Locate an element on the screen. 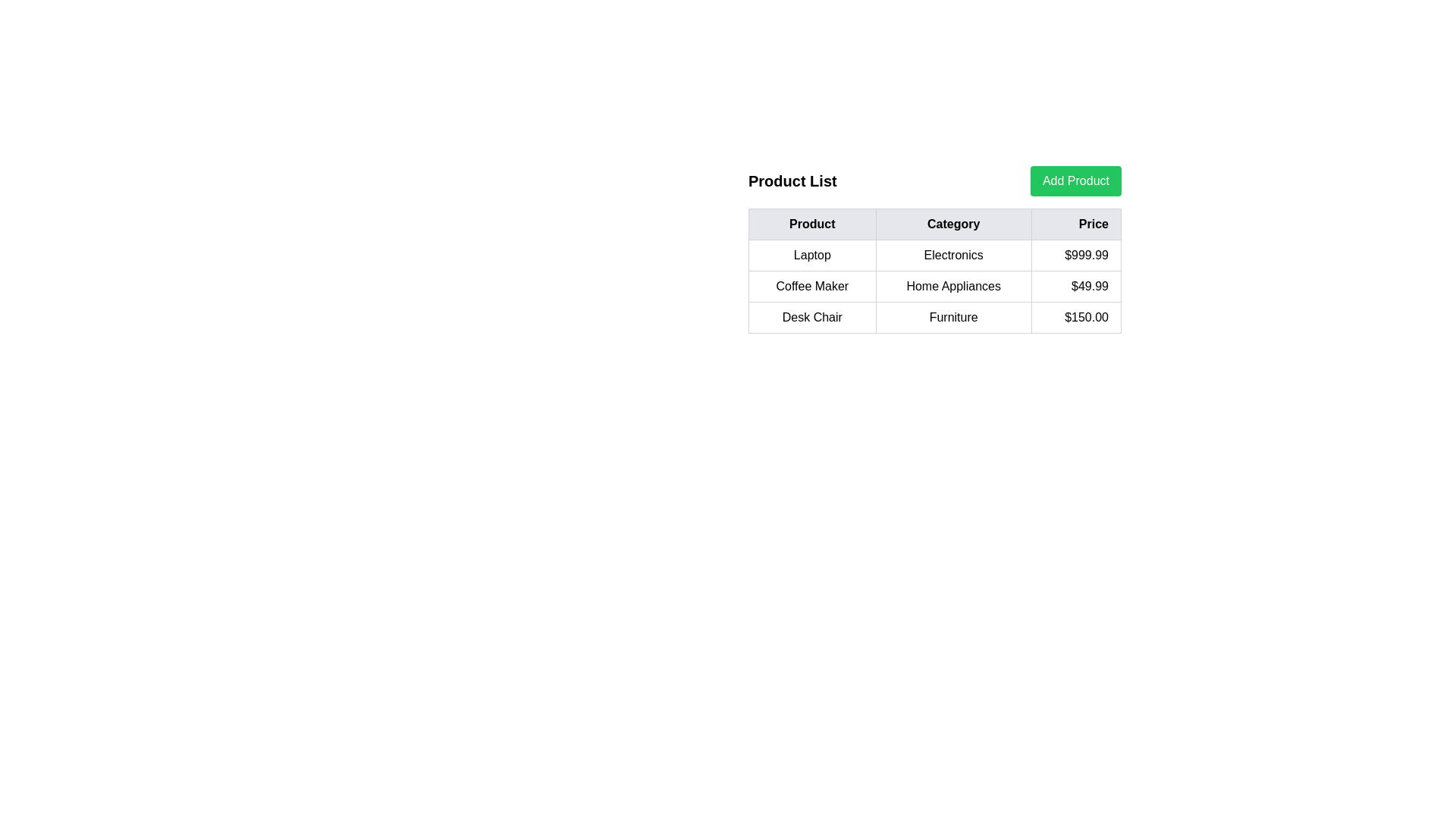 This screenshot has height=819, width=1456. the 'Price' table header cell to sort the corresponding column data is located at coordinates (1075, 224).